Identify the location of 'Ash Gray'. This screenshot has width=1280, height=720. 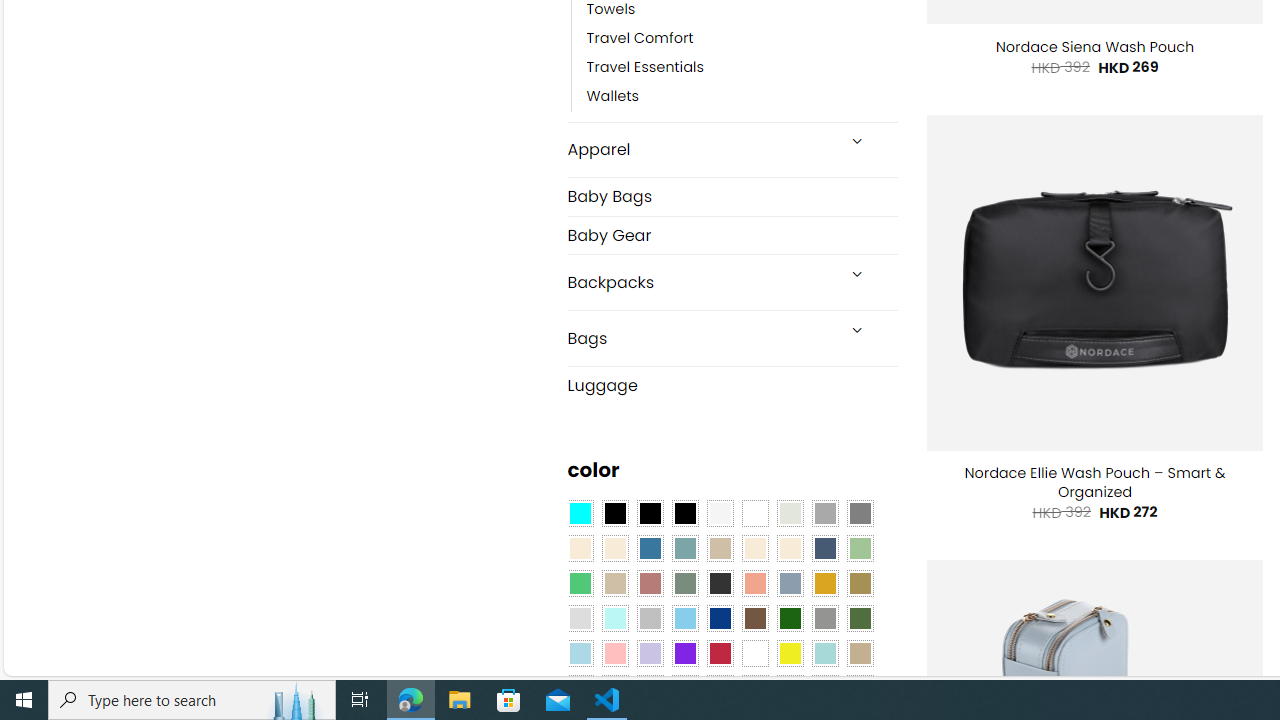
(788, 513).